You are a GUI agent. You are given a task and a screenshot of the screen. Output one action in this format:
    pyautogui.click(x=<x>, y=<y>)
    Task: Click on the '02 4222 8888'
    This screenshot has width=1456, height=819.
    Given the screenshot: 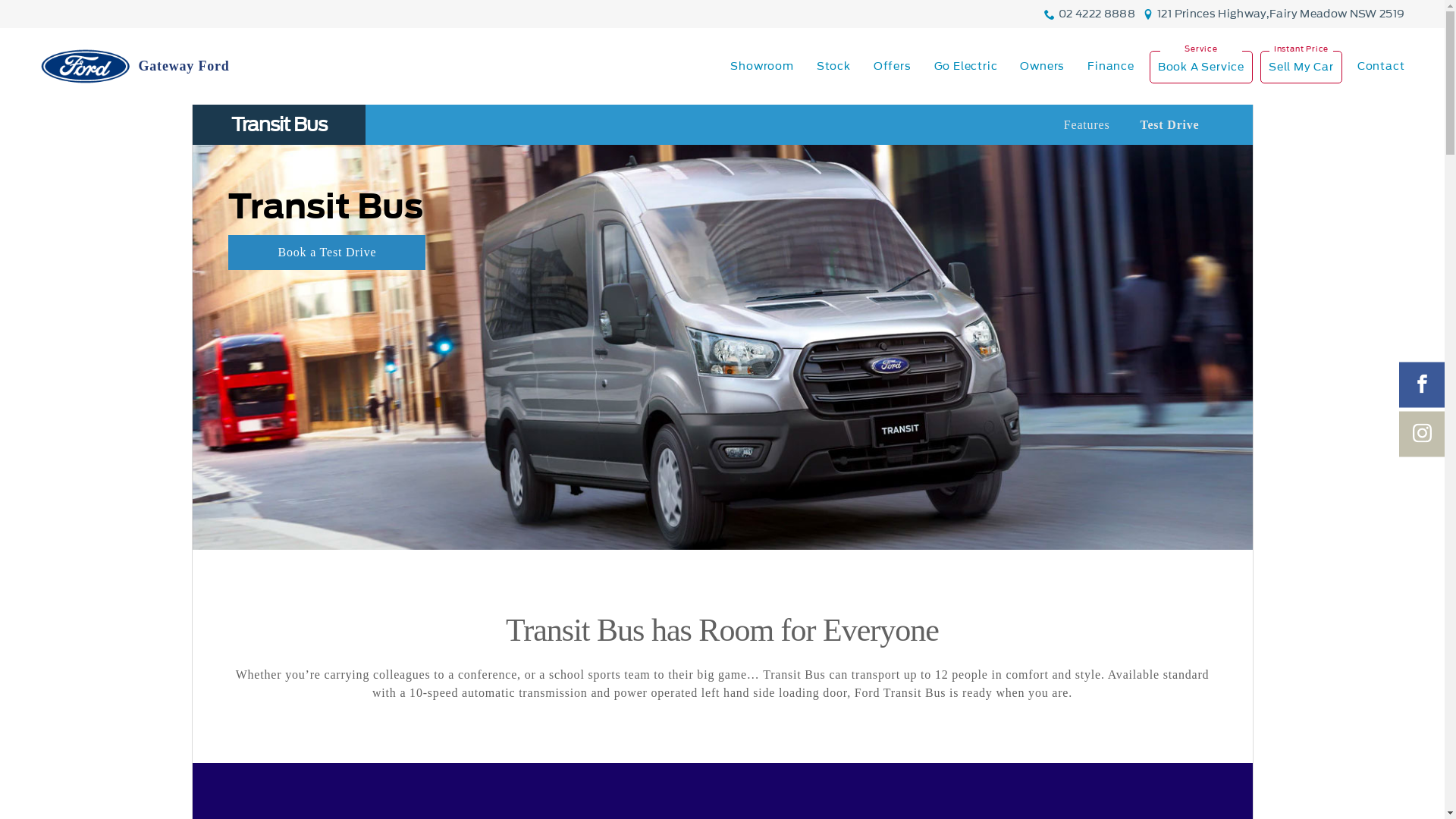 What is the action you would take?
    pyautogui.click(x=1058, y=14)
    